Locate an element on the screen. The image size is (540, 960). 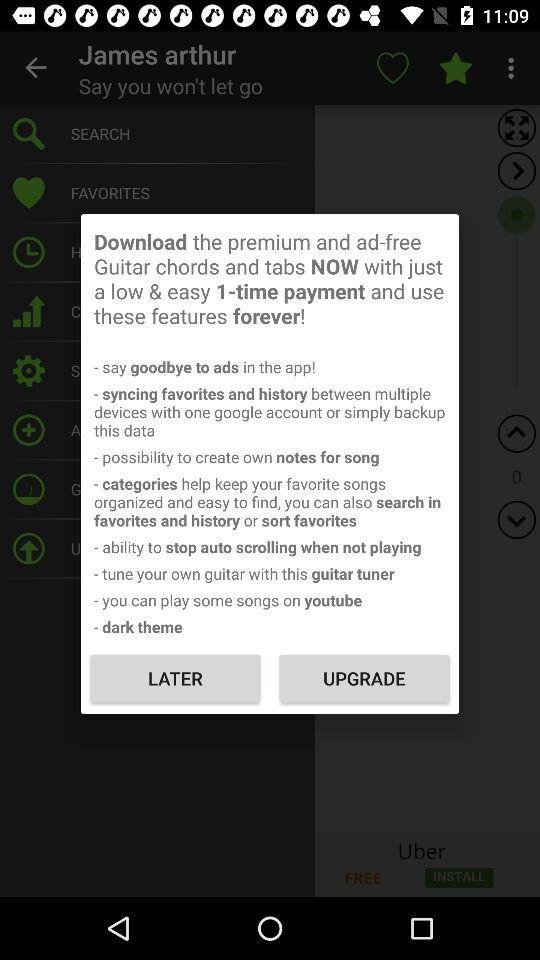
upgrade at the bottom right corner is located at coordinates (363, 678).